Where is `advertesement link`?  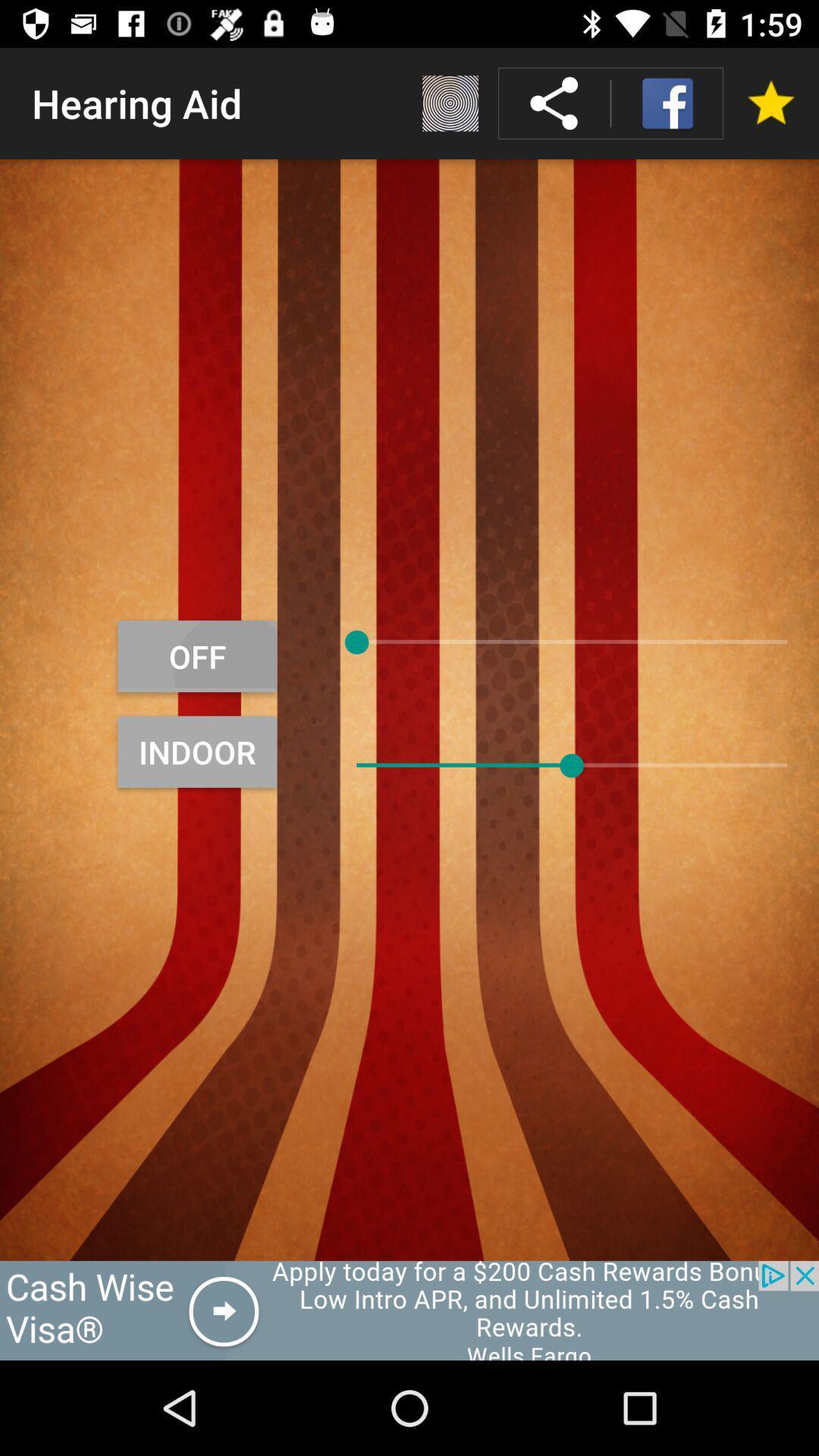 advertesement link is located at coordinates (409, 1310).